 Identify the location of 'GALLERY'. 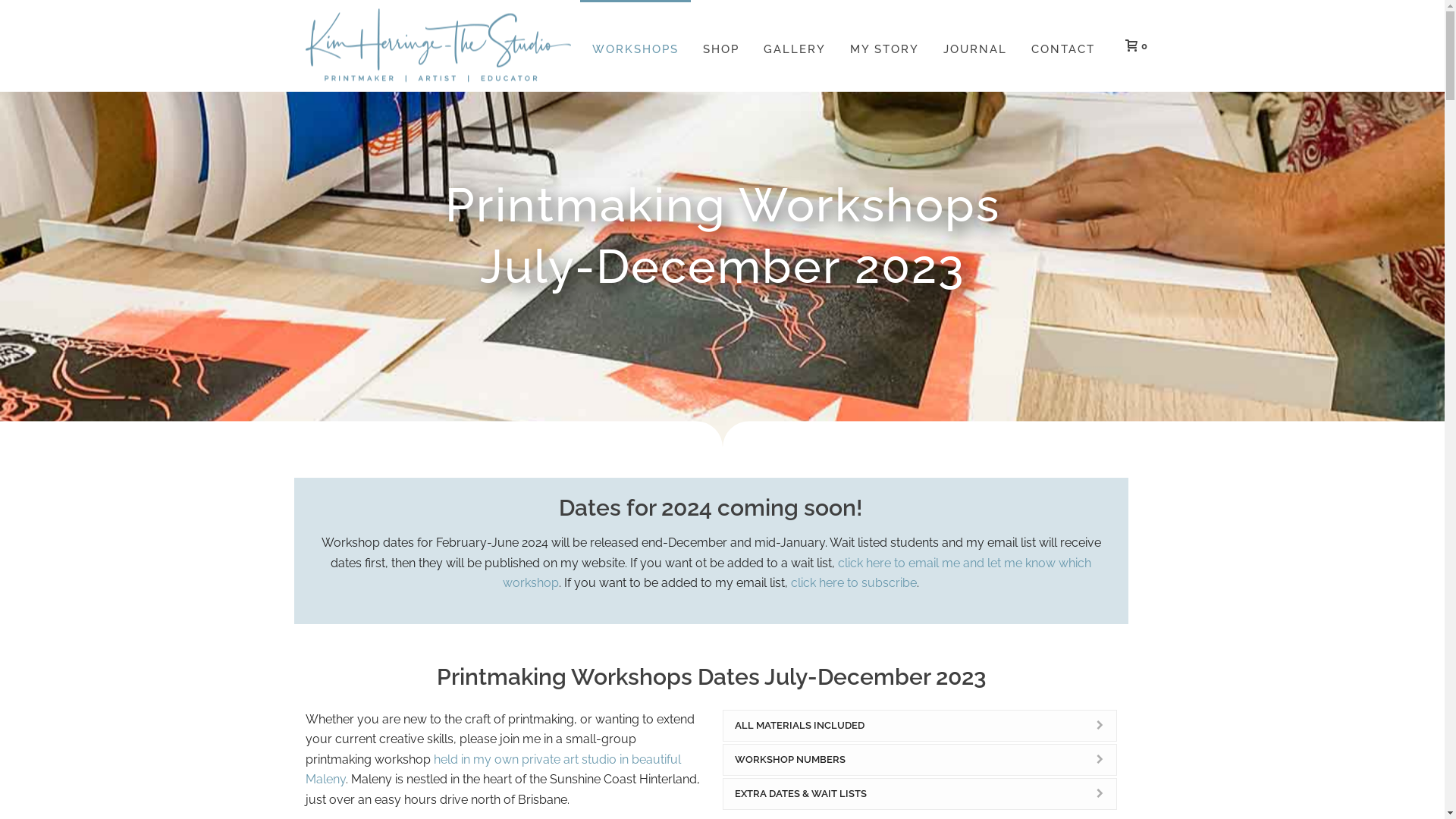
(792, 45).